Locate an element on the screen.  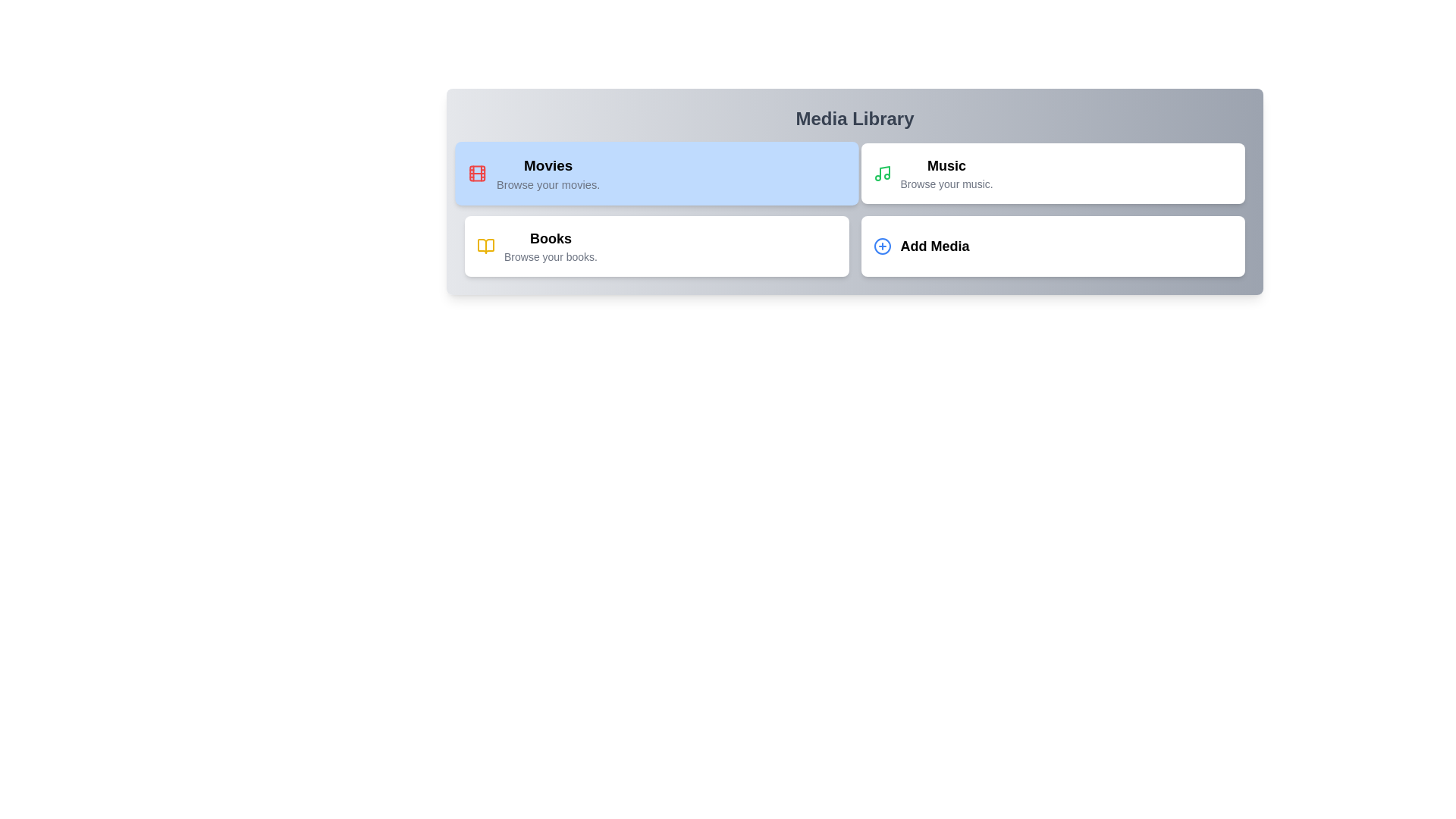
the category button corresponding to Books is located at coordinates (656, 245).